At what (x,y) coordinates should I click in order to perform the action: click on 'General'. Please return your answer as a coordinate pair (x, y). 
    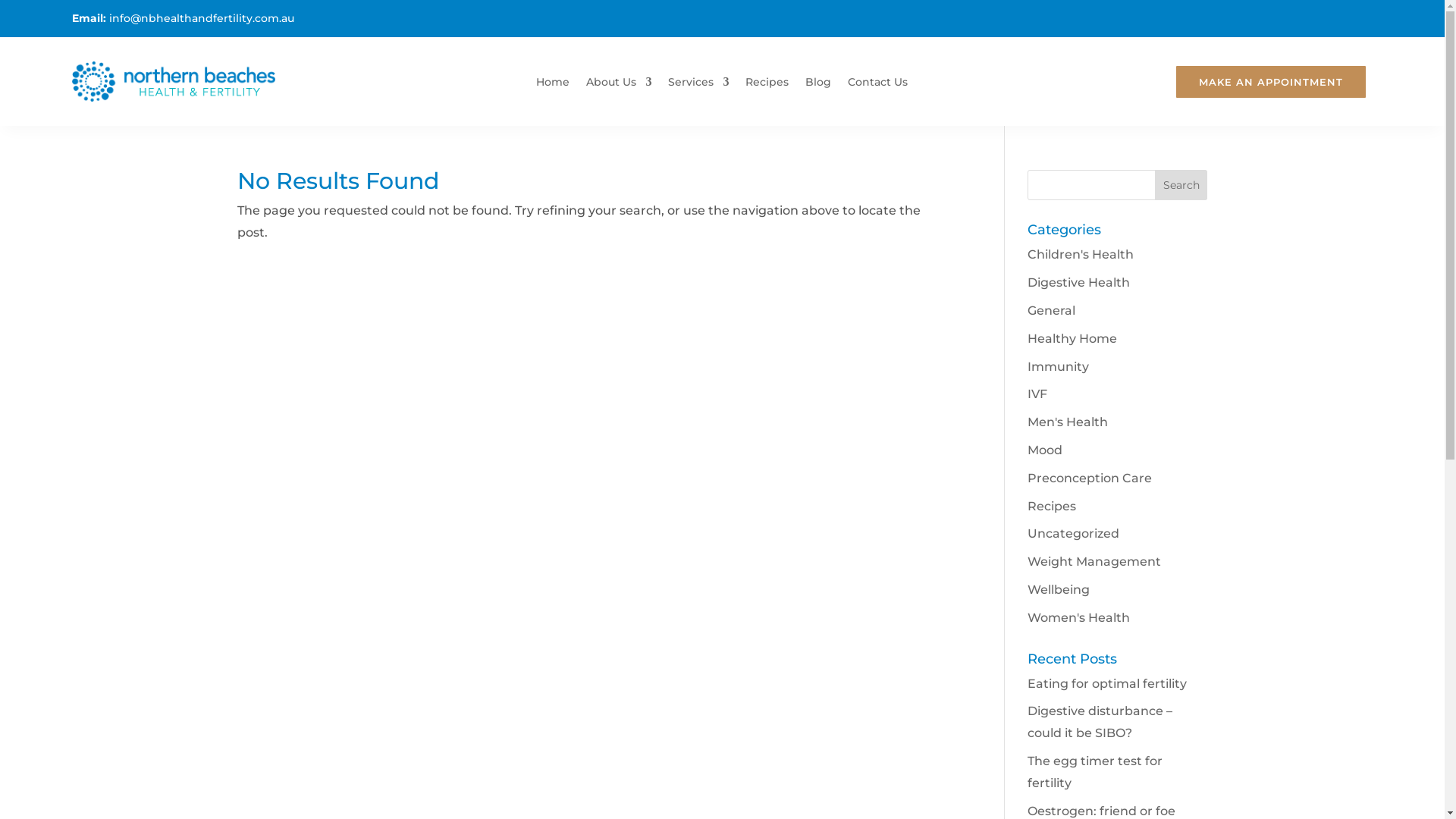
    Looking at the image, I should click on (1027, 309).